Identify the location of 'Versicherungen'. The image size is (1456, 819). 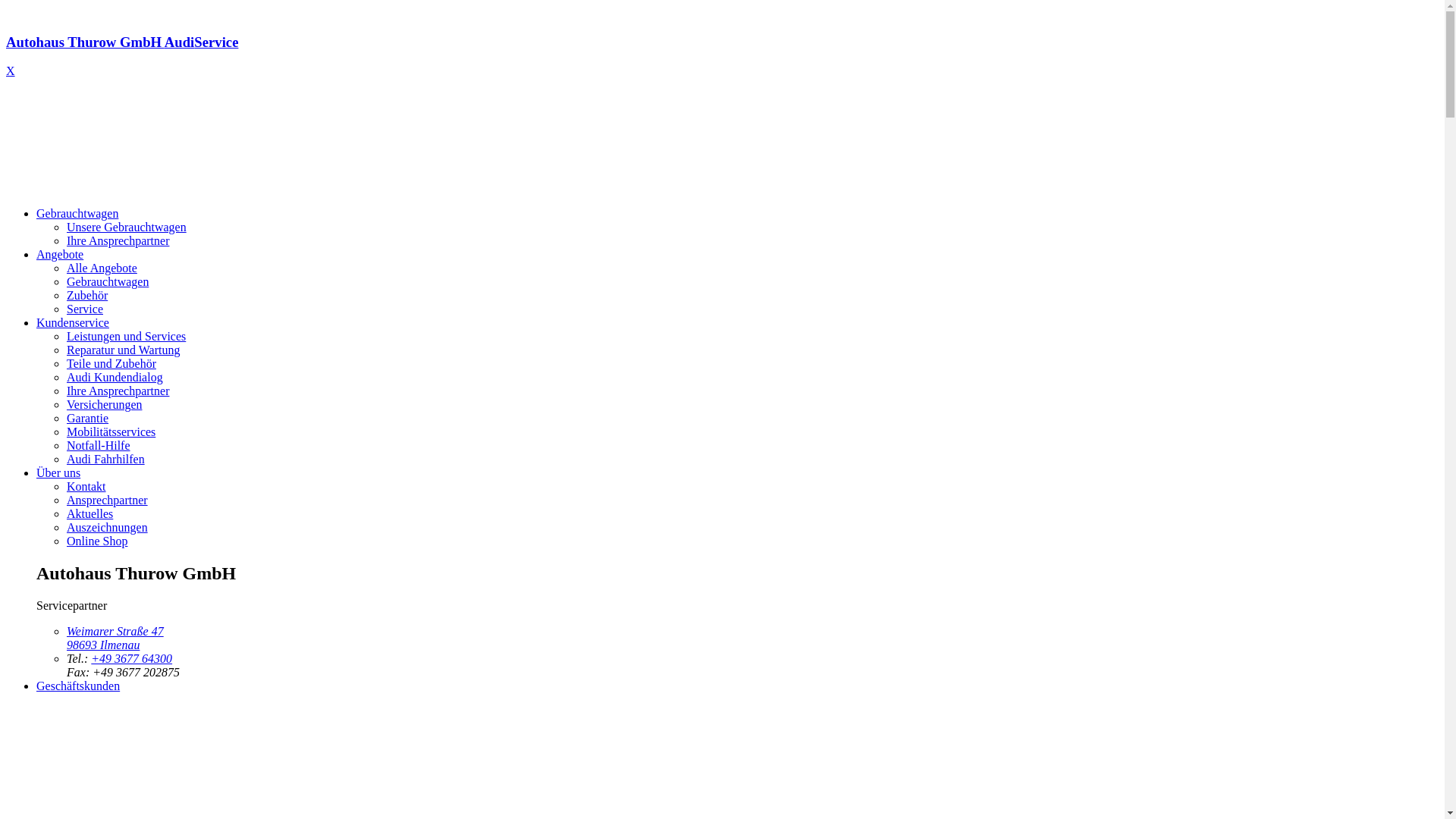
(104, 403).